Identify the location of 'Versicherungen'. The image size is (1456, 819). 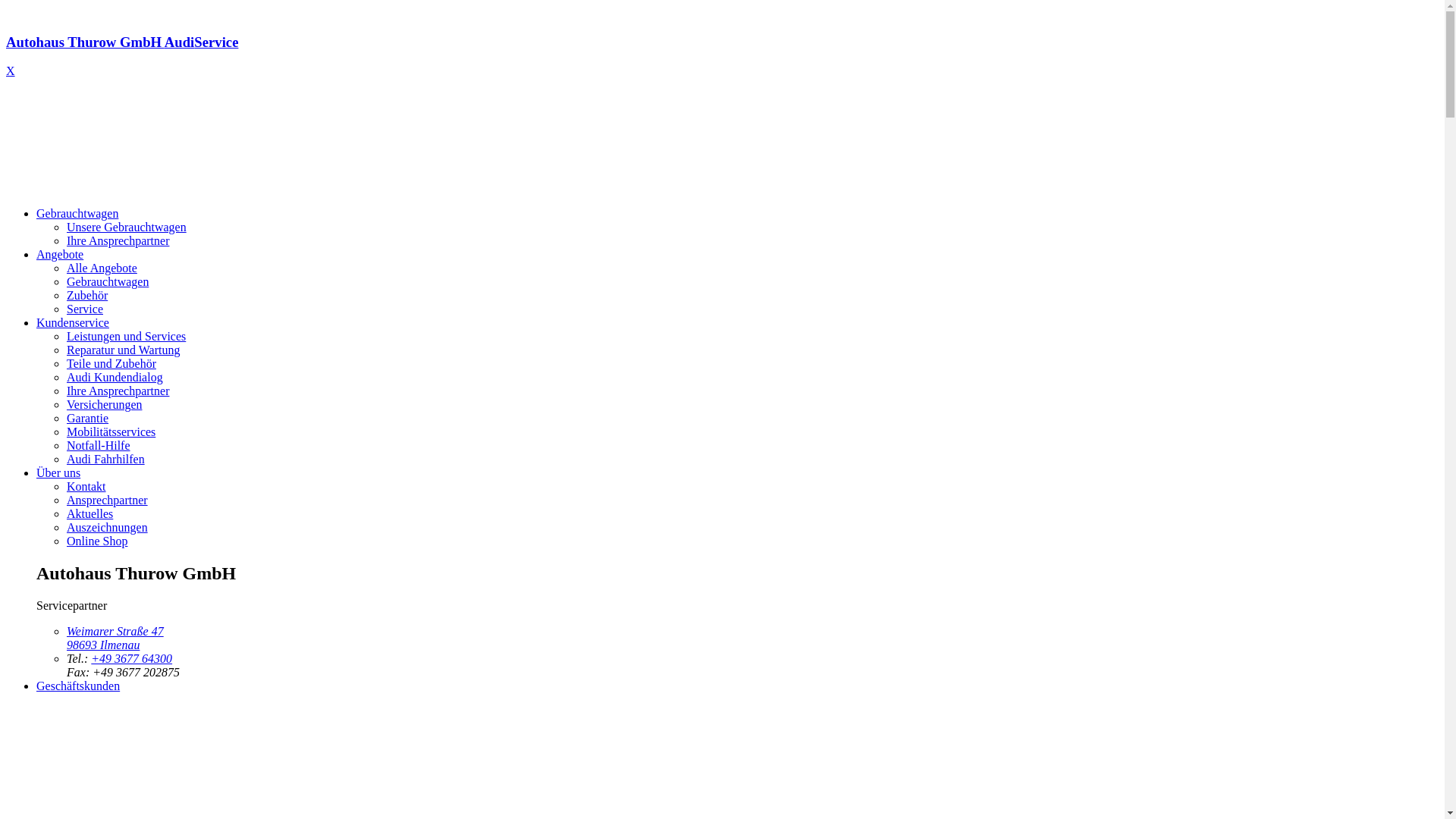
(104, 403).